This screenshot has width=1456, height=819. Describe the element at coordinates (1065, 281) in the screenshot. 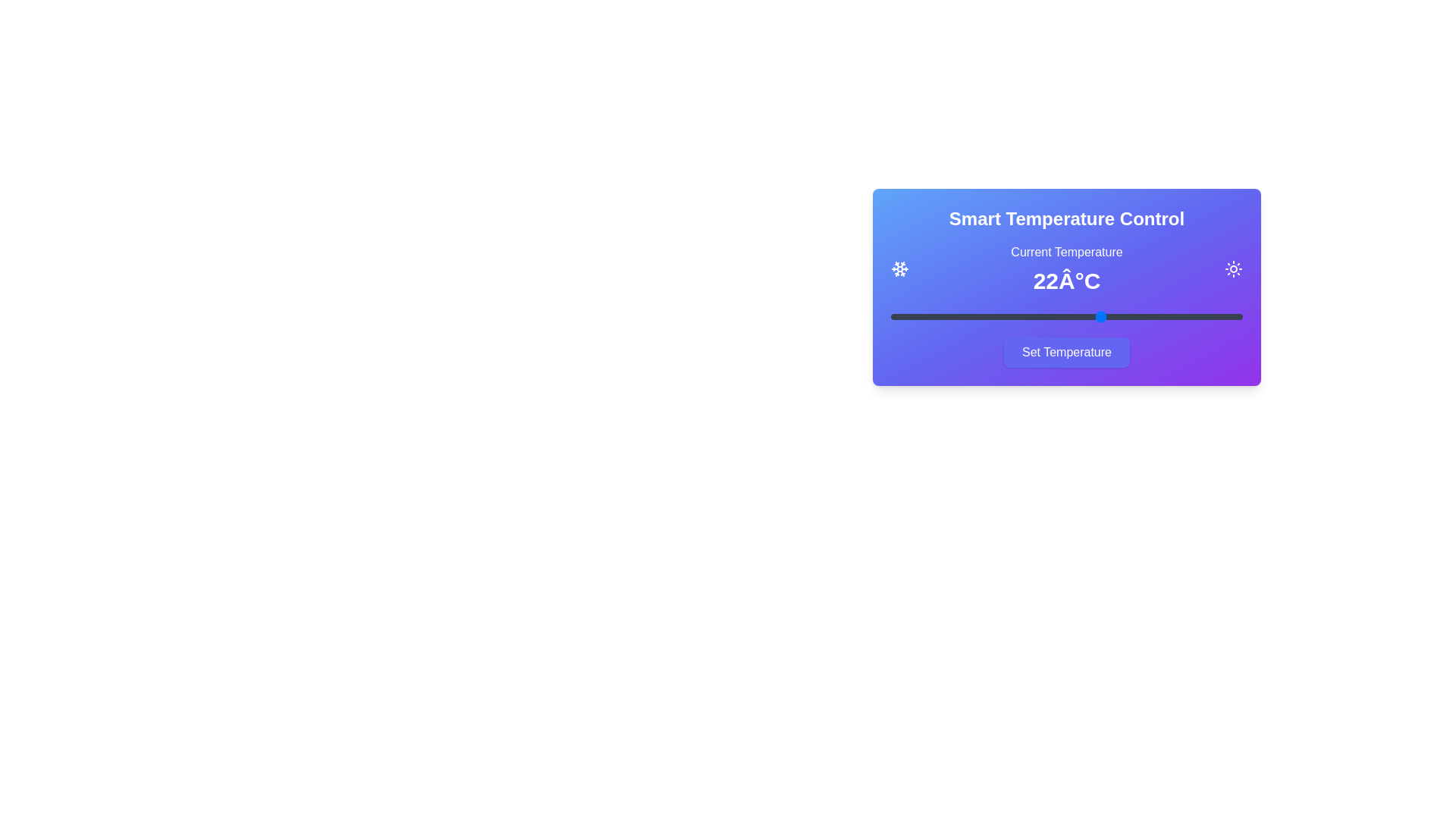

I see `the temperature display element, which is styled with a large and bold font and is positioned below the 'Current Temperature' text in the upper-middle section of the interface` at that location.